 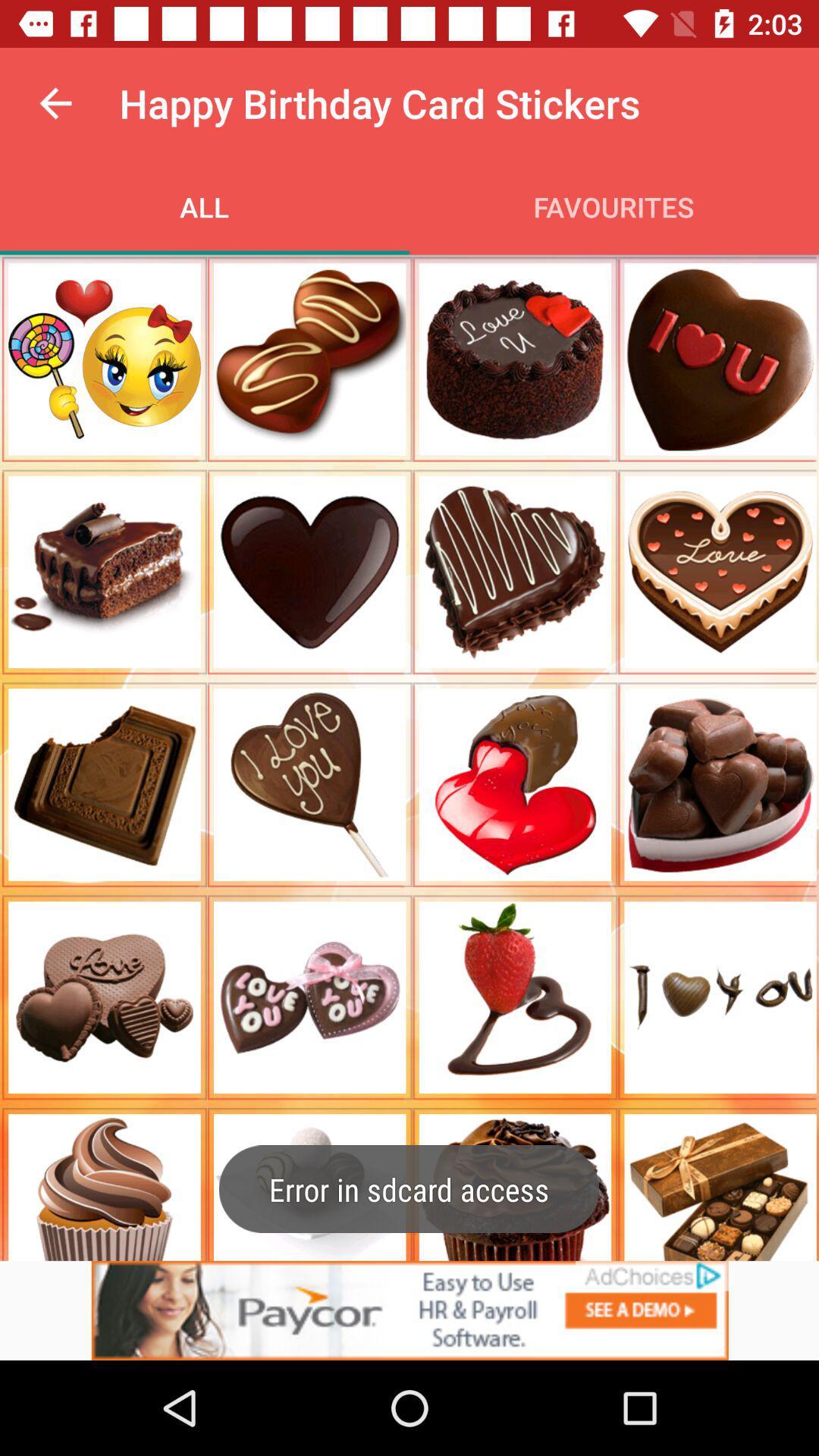 I want to click on advertisement, so click(x=409, y=1310).